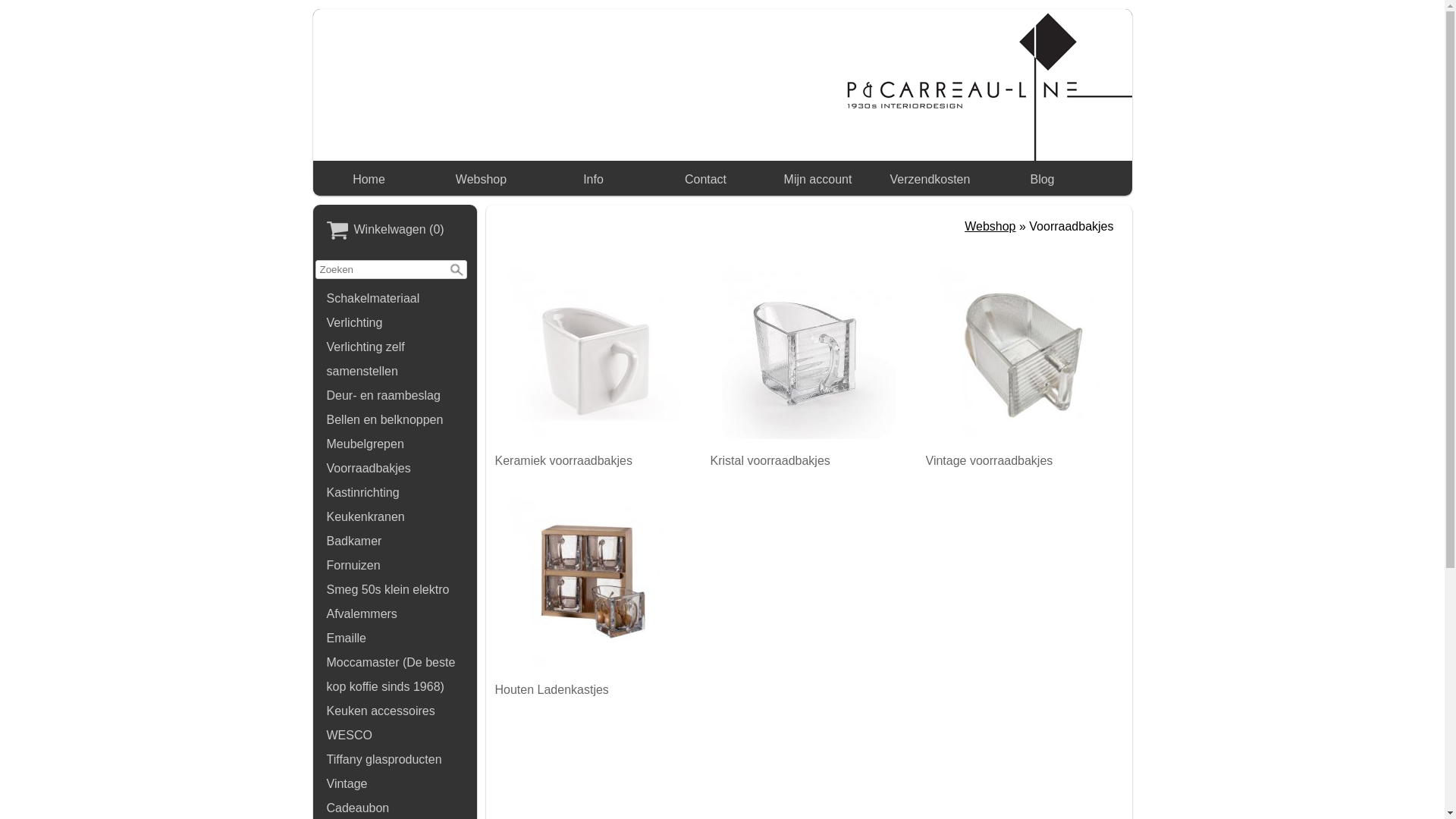 This screenshot has height=819, width=1456. I want to click on 'WESCO', so click(315, 734).